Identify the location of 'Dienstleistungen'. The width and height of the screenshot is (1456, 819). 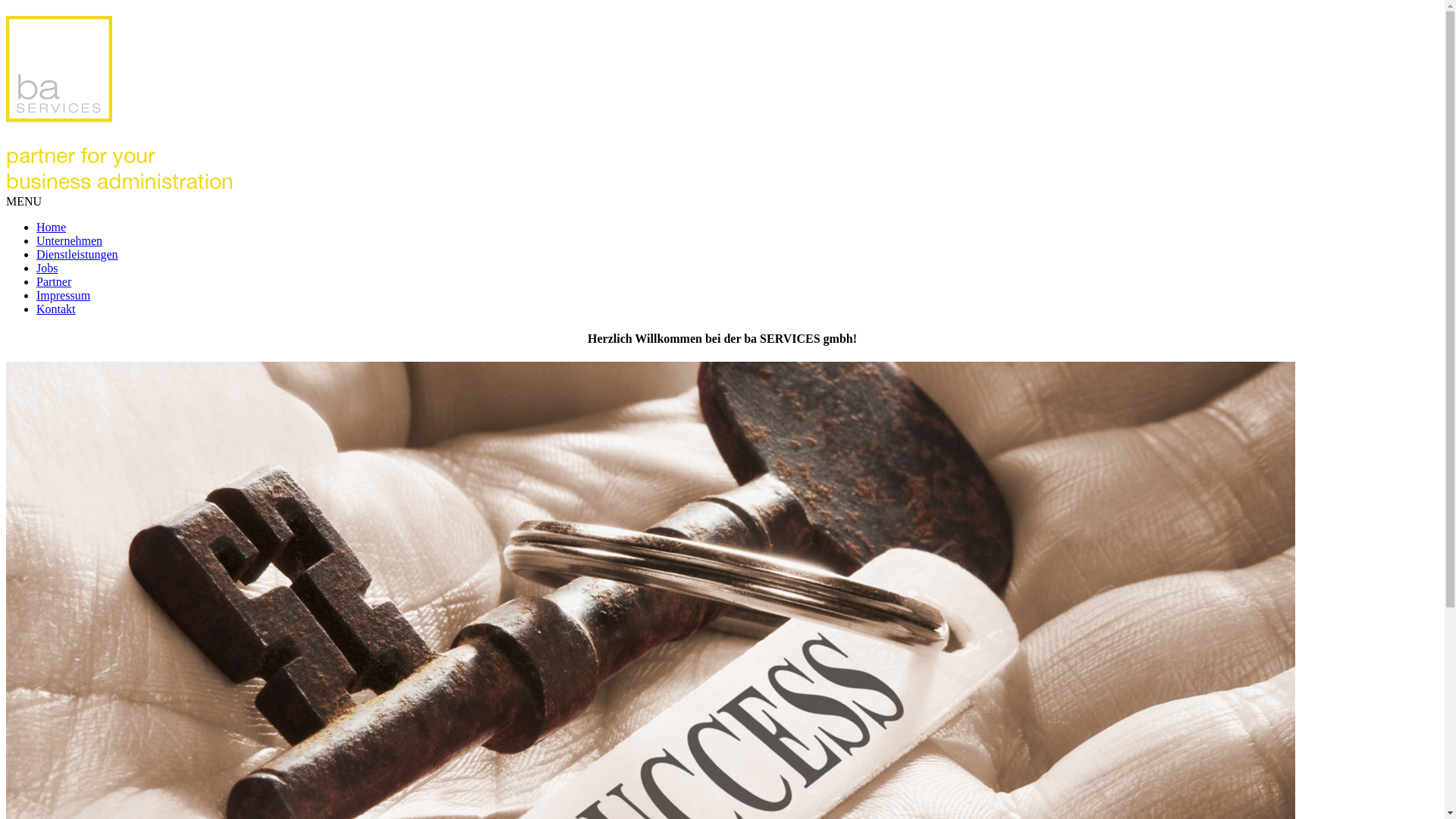
(76, 253).